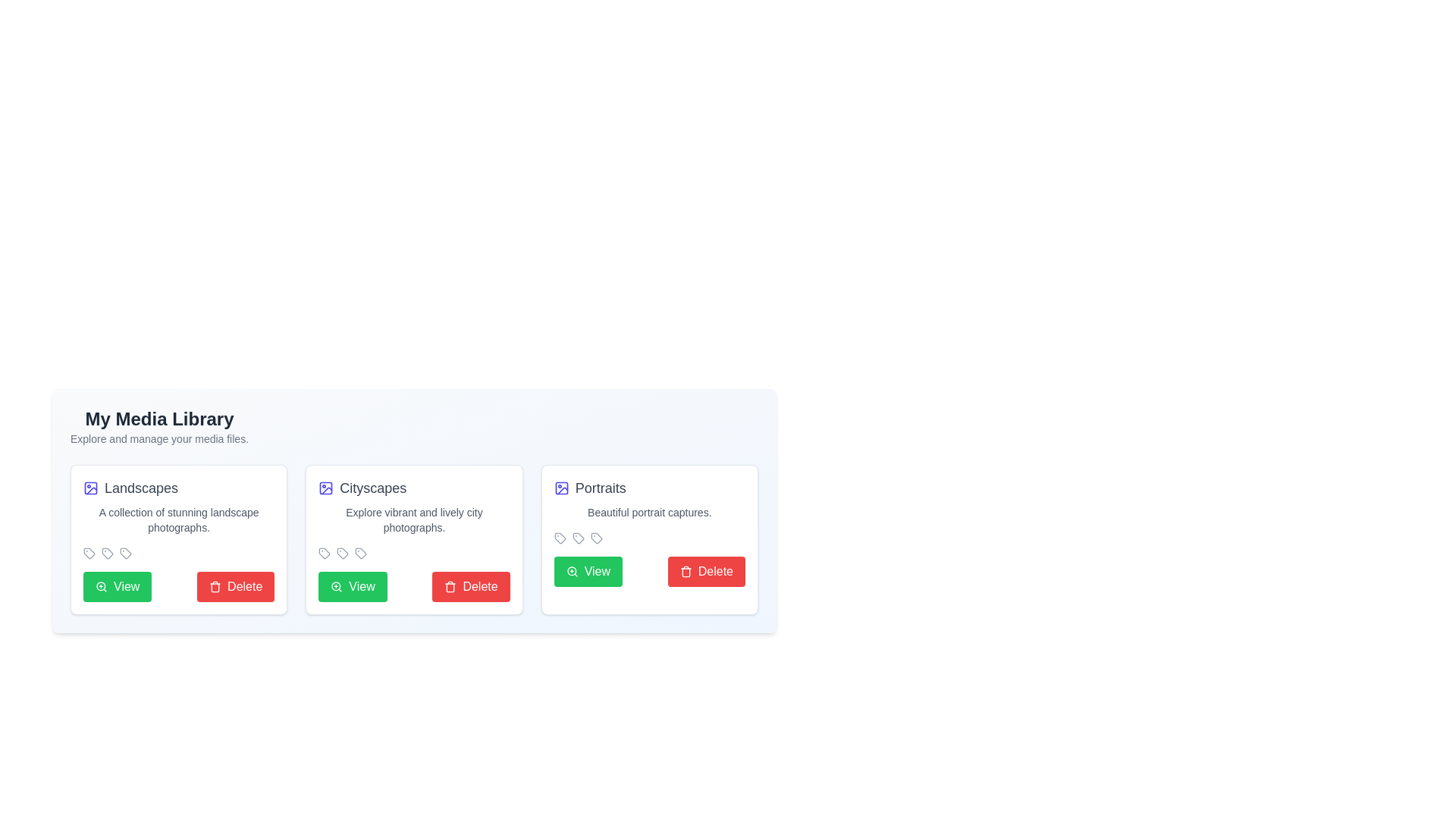  Describe the element at coordinates (361, 586) in the screenshot. I see `the 'View' button located in the lower-left section of the 'Cityscapes' card` at that location.